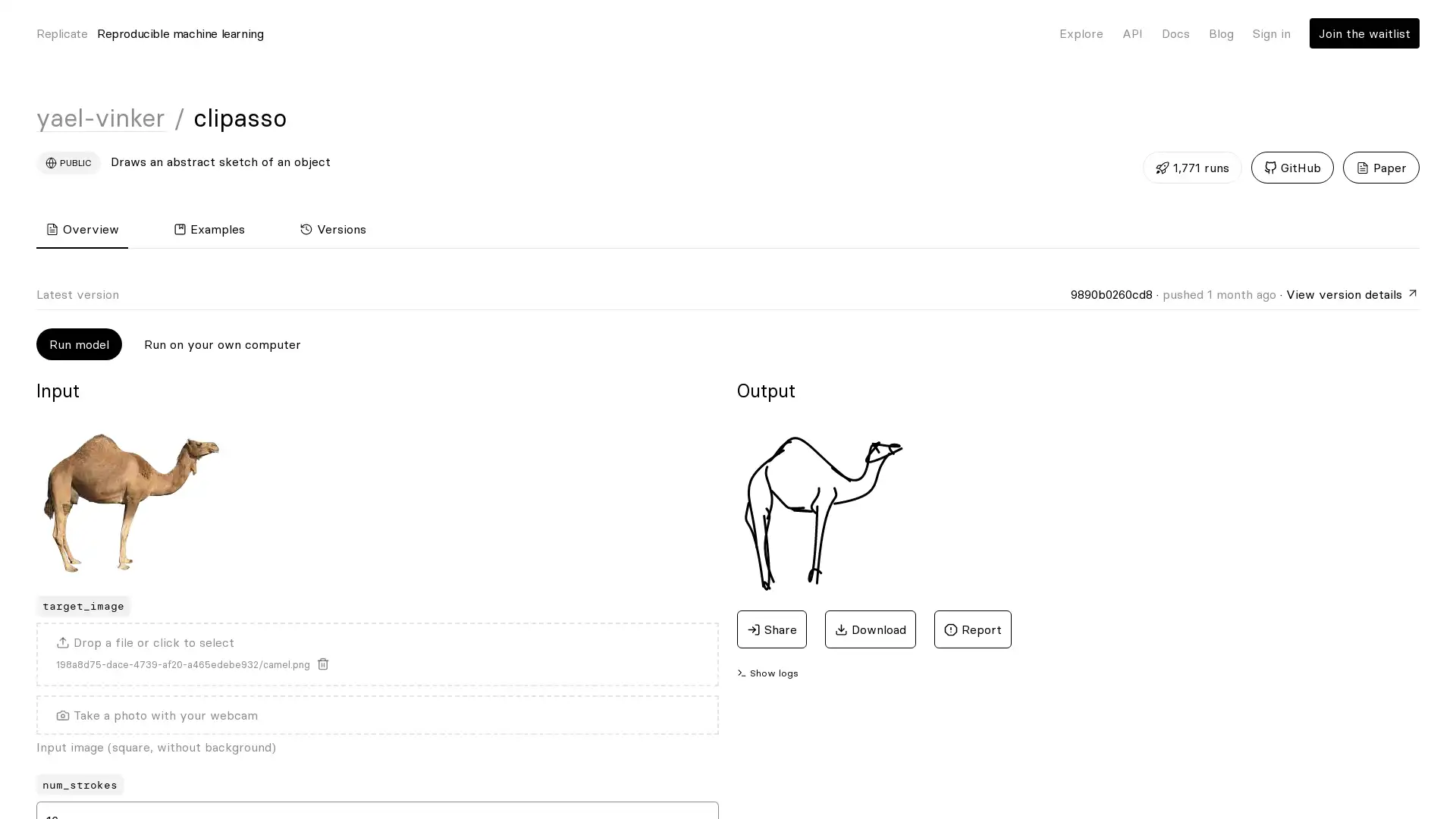 This screenshot has width=1456, height=819. I want to click on Take a photo with your webcam, so click(378, 714).